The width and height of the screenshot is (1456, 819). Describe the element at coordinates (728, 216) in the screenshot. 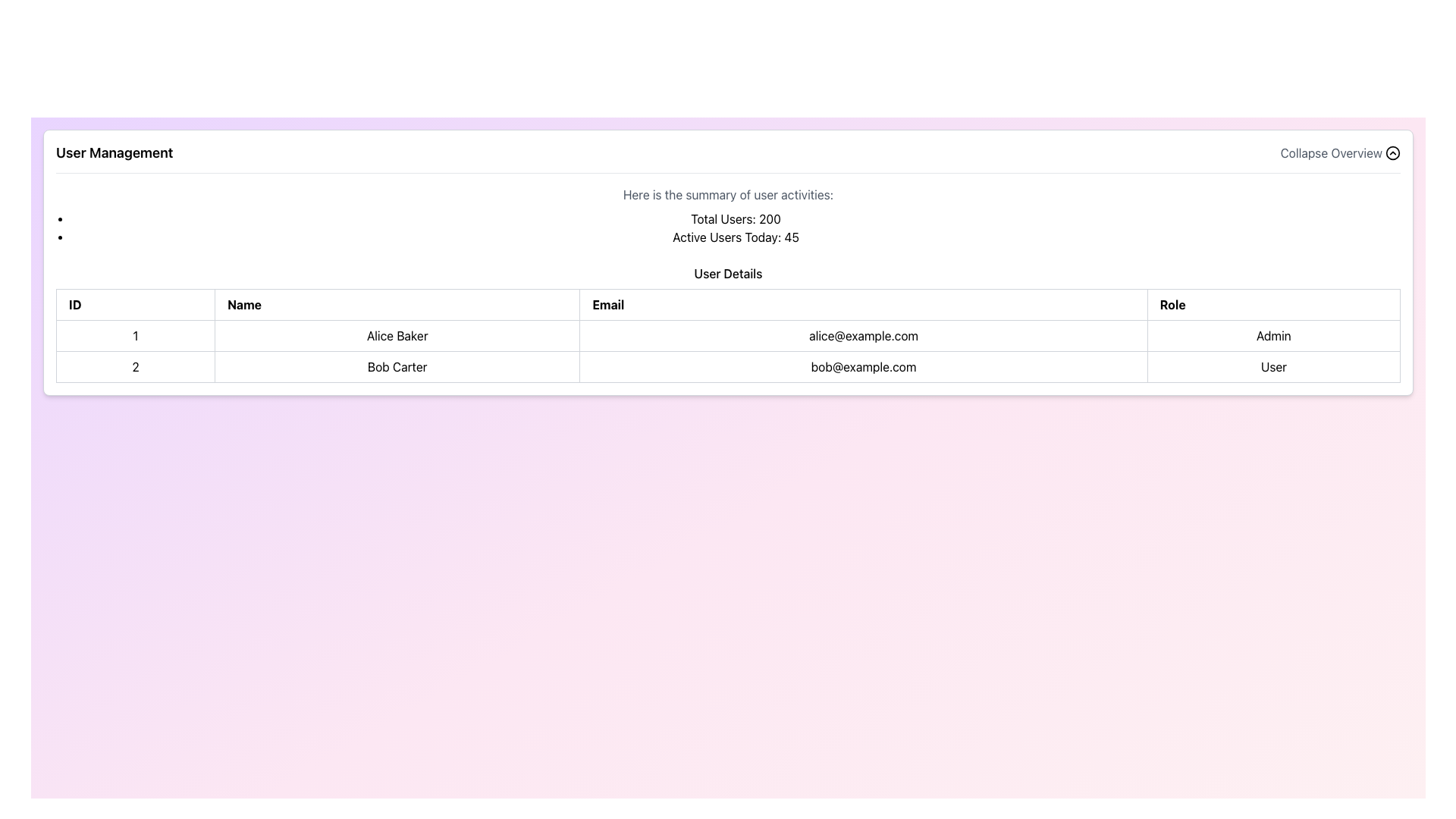

I see `textual summary of user activities displayed in the centrally aligned text block beneath the 'User Management' header` at that location.